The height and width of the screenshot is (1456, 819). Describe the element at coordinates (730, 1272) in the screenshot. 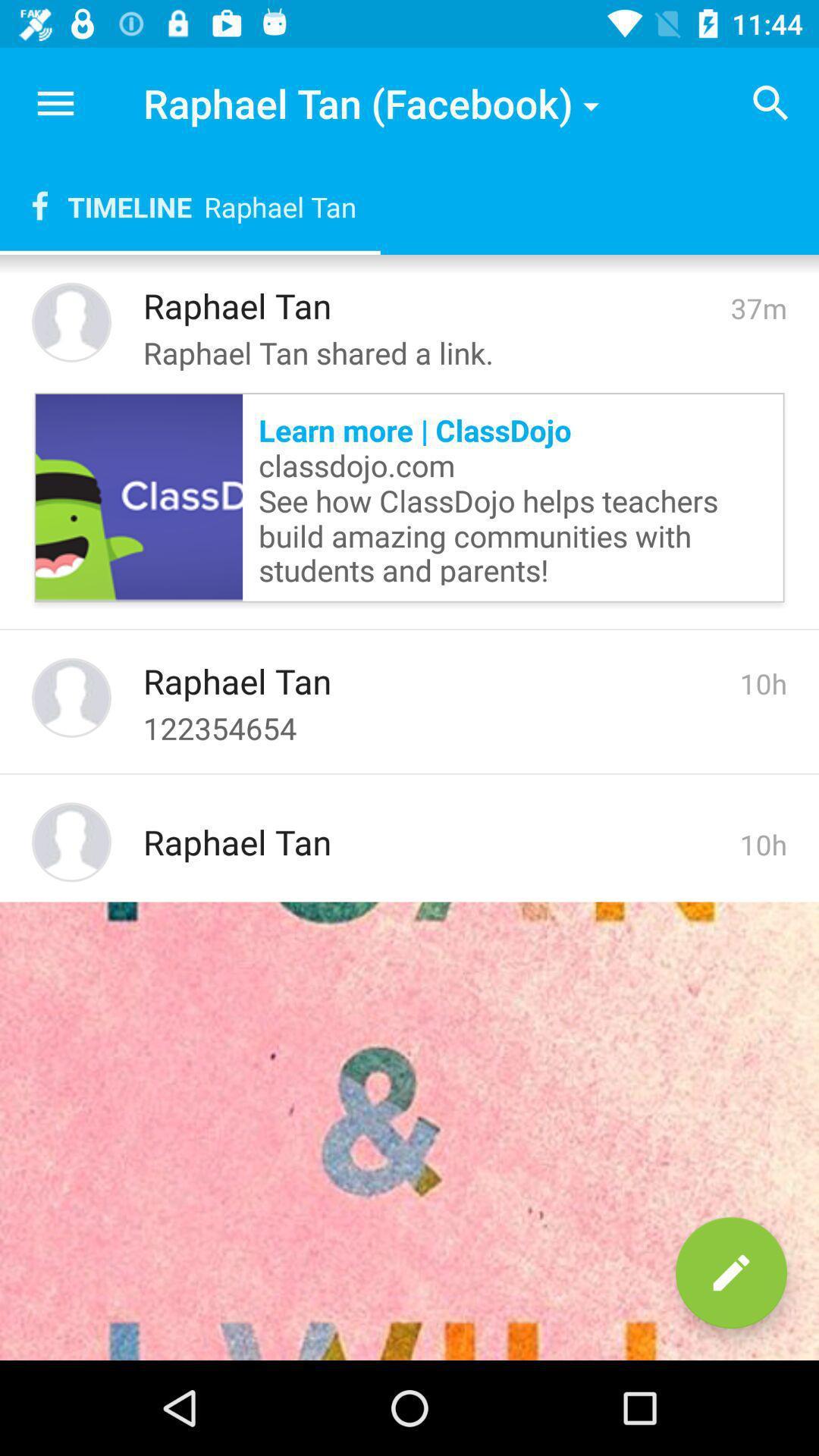

I see `the edit icon` at that location.